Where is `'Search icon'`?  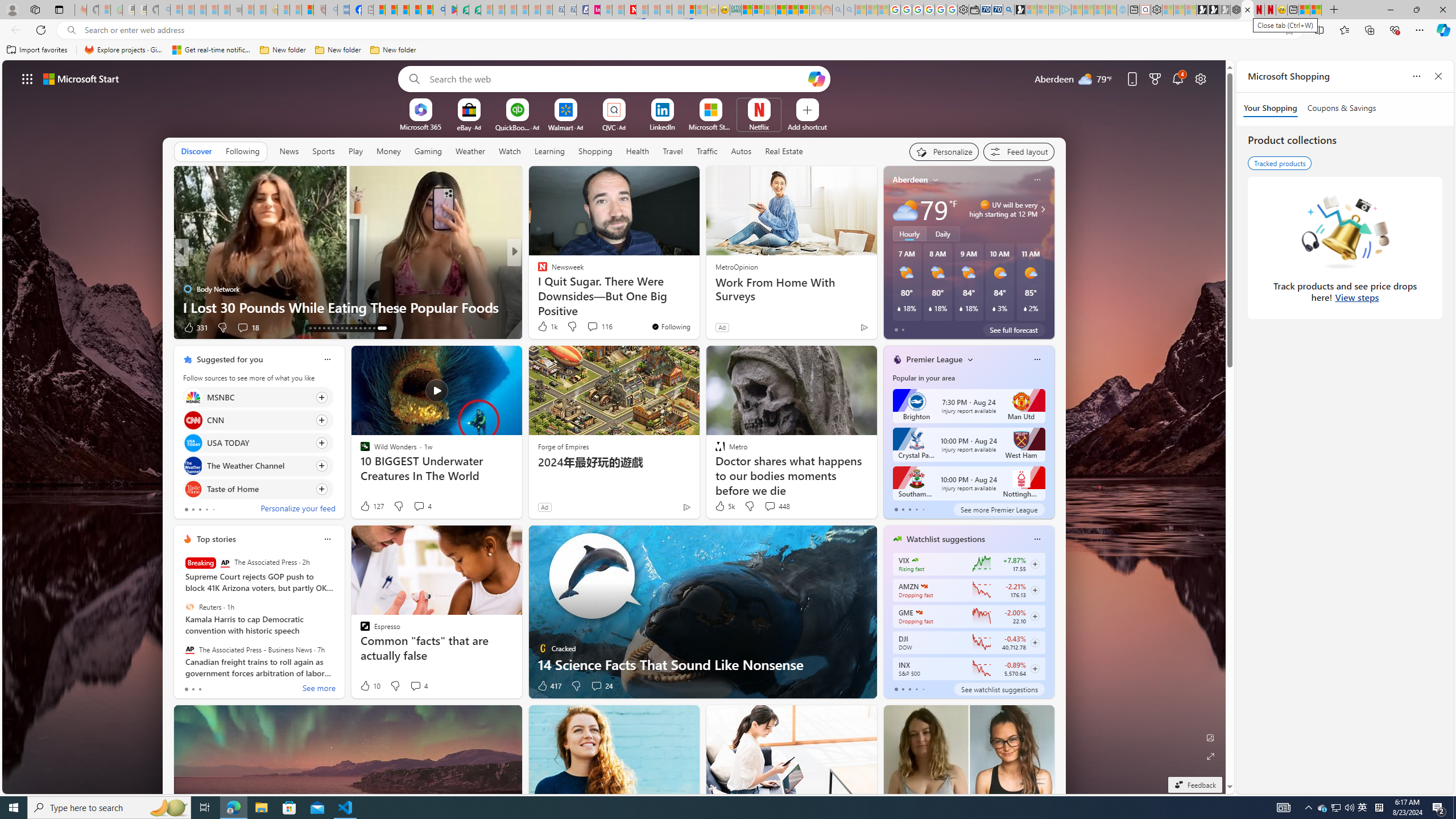 'Search icon' is located at coordinates (71, 30).